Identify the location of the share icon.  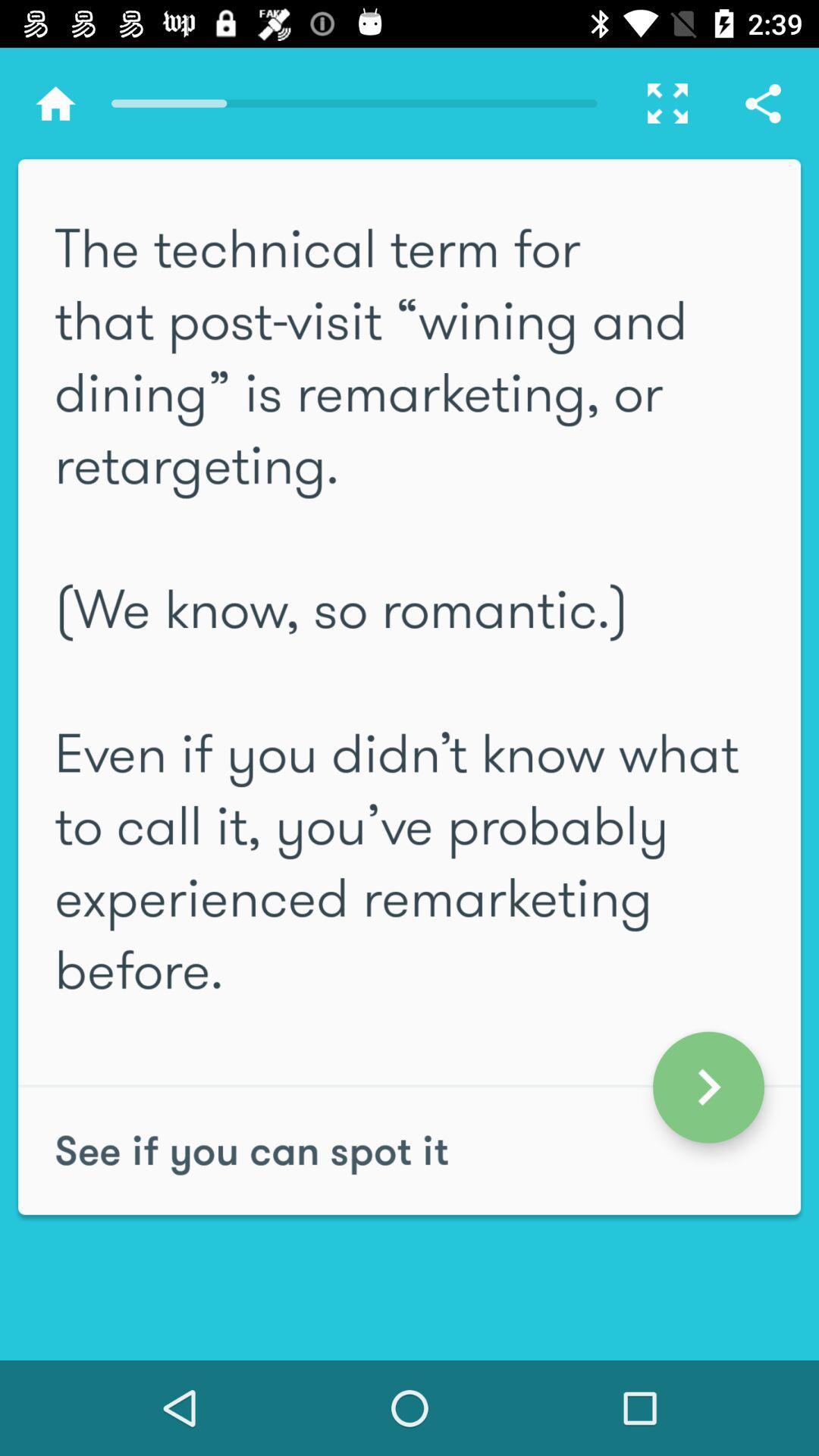
(763, 102).